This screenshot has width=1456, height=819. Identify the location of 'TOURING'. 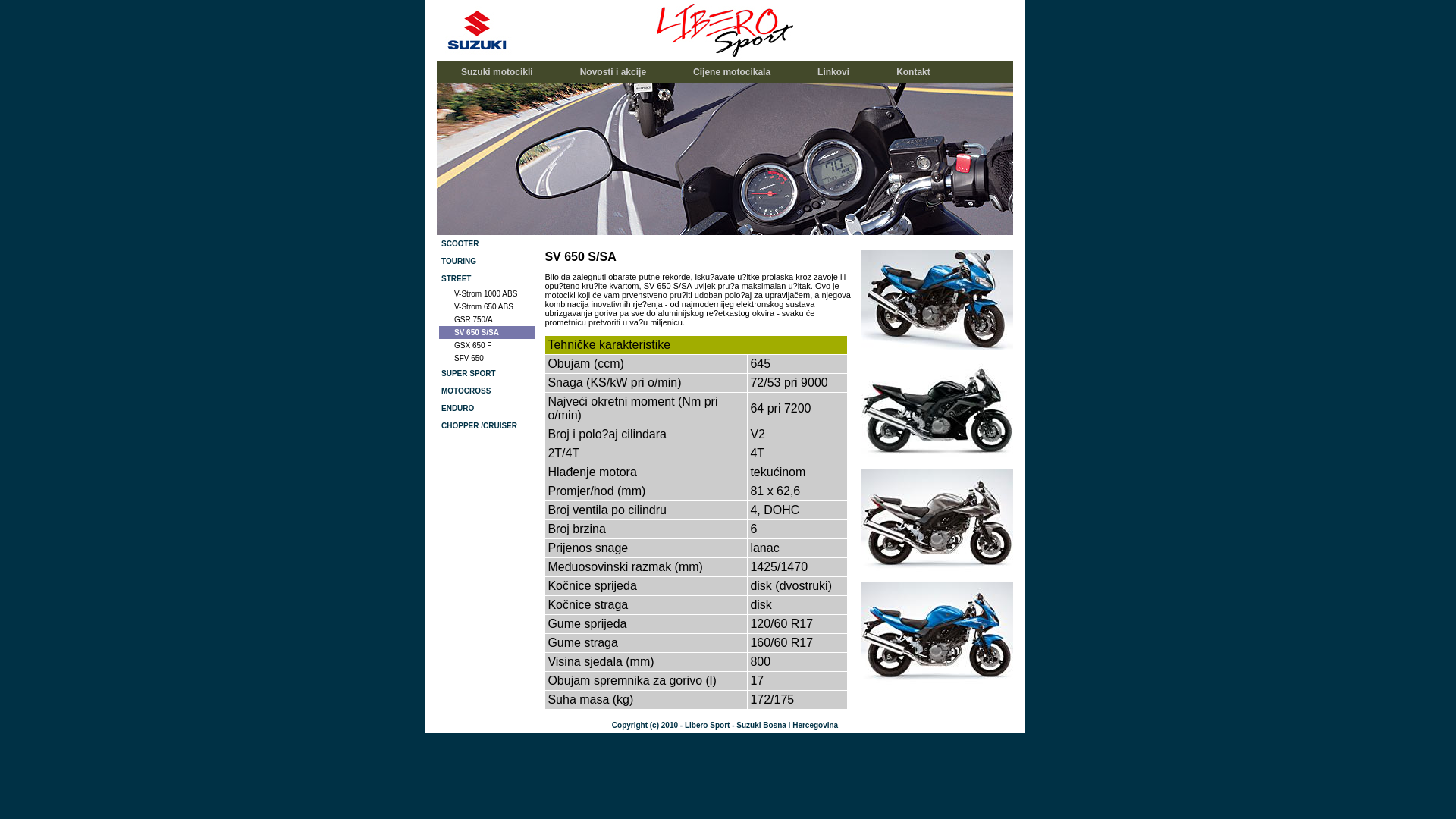
(487, 260).